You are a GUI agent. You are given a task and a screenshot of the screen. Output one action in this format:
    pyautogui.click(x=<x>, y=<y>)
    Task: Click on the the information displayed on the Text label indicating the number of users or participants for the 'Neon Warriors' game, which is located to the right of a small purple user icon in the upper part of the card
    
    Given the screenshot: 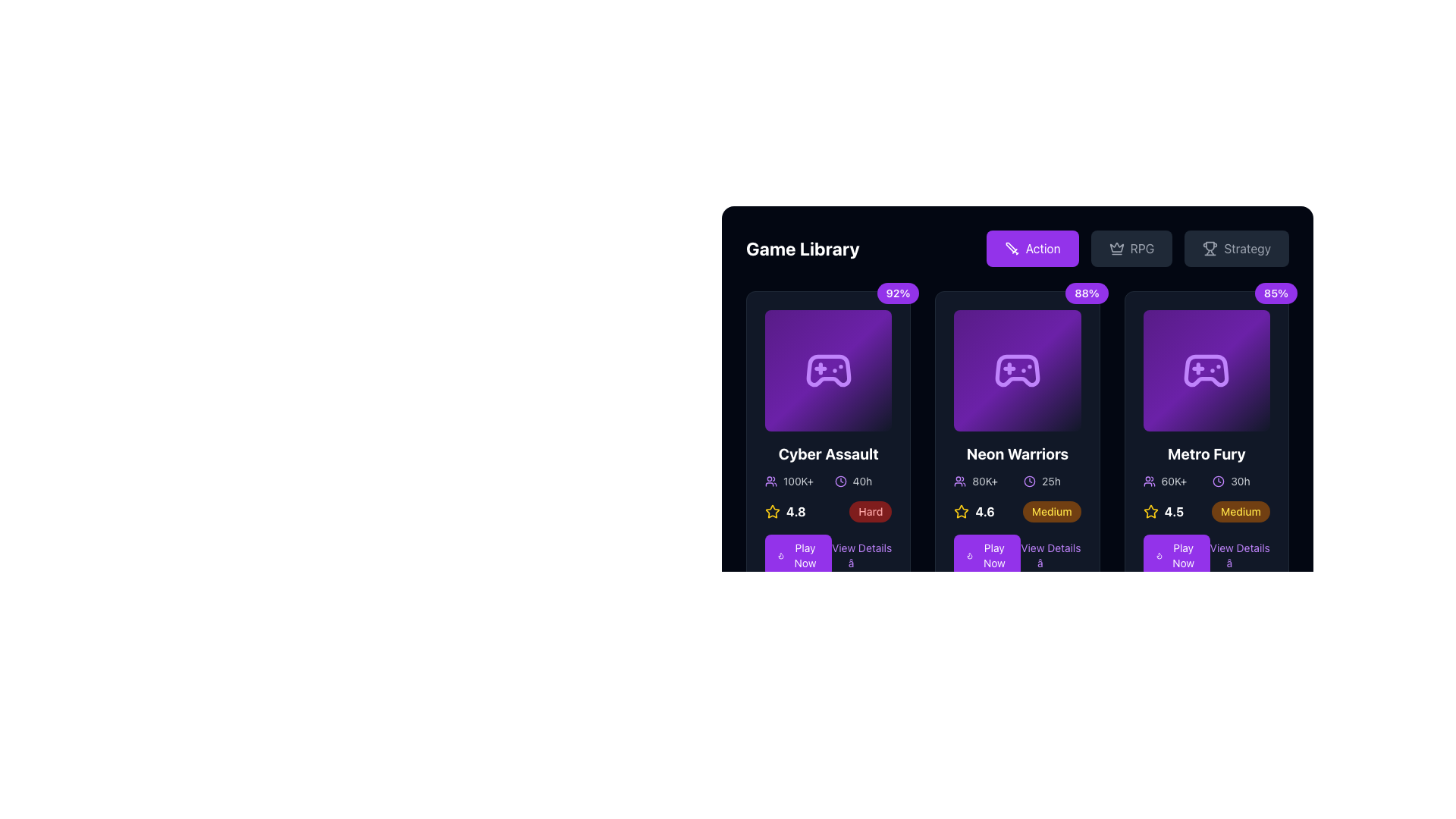 What is the action you would take?
    pyautogui.click(x=985, y=482)
    